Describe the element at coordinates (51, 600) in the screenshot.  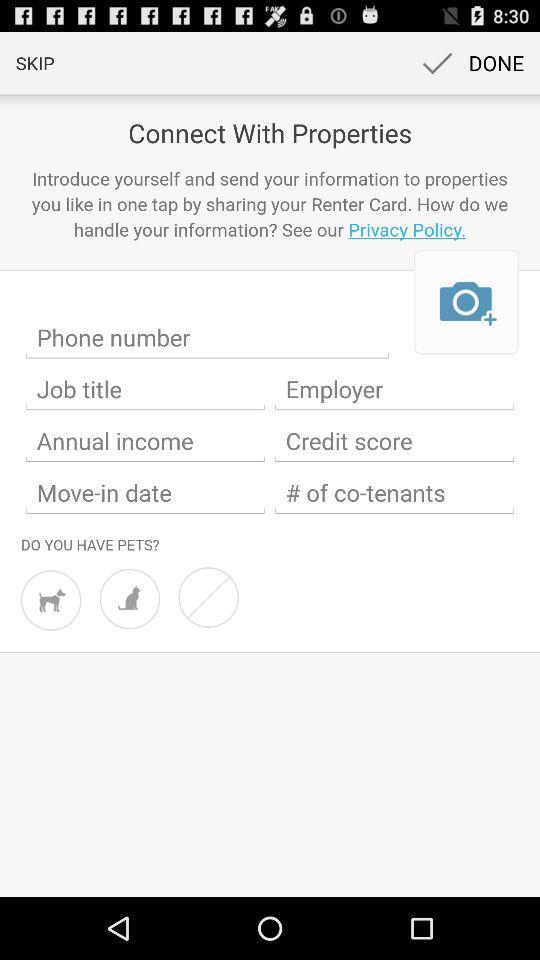
I see `mark a dog as a pet` at that location.